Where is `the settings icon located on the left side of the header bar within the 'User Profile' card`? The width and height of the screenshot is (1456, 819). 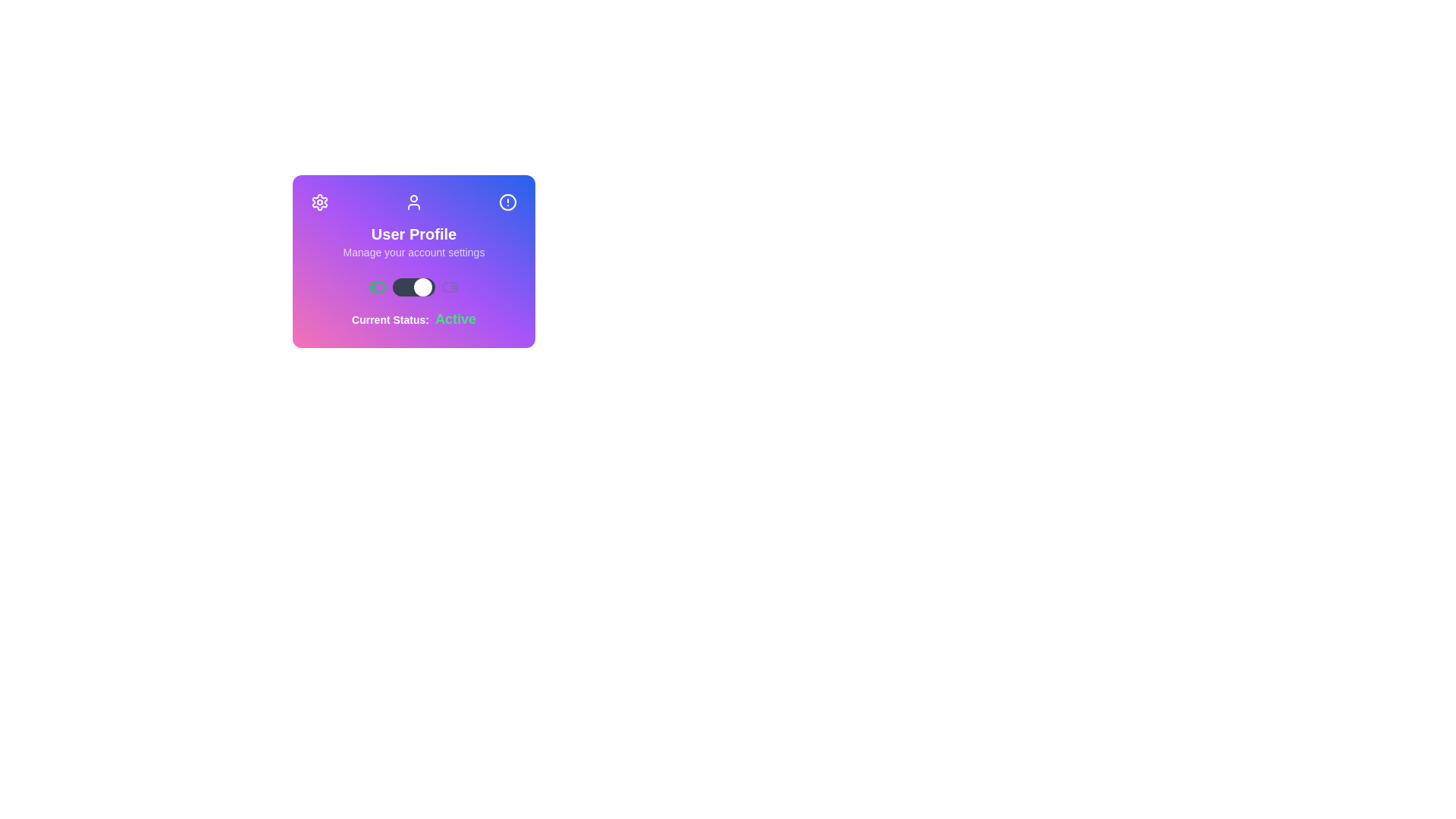
the settings icon located on the left side of the header bar within the 'User Profile' card is located at coordinates (319, 201).